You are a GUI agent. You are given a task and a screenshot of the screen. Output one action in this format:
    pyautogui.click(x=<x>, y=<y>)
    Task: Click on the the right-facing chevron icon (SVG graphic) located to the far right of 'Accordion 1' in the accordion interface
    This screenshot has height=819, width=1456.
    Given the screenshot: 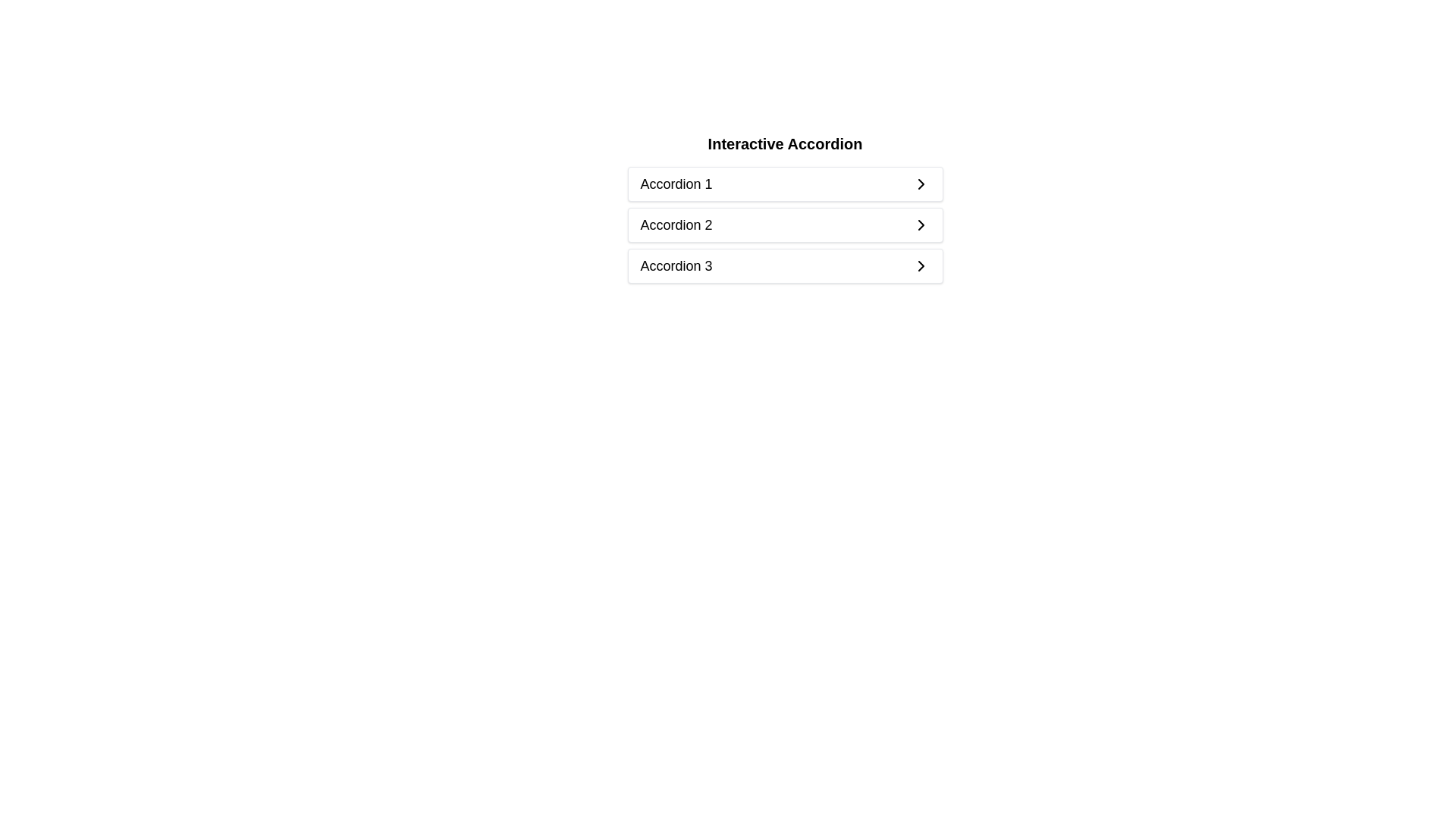 What is the action you would take?
    pyautogui.click(x=920, y=184)
    